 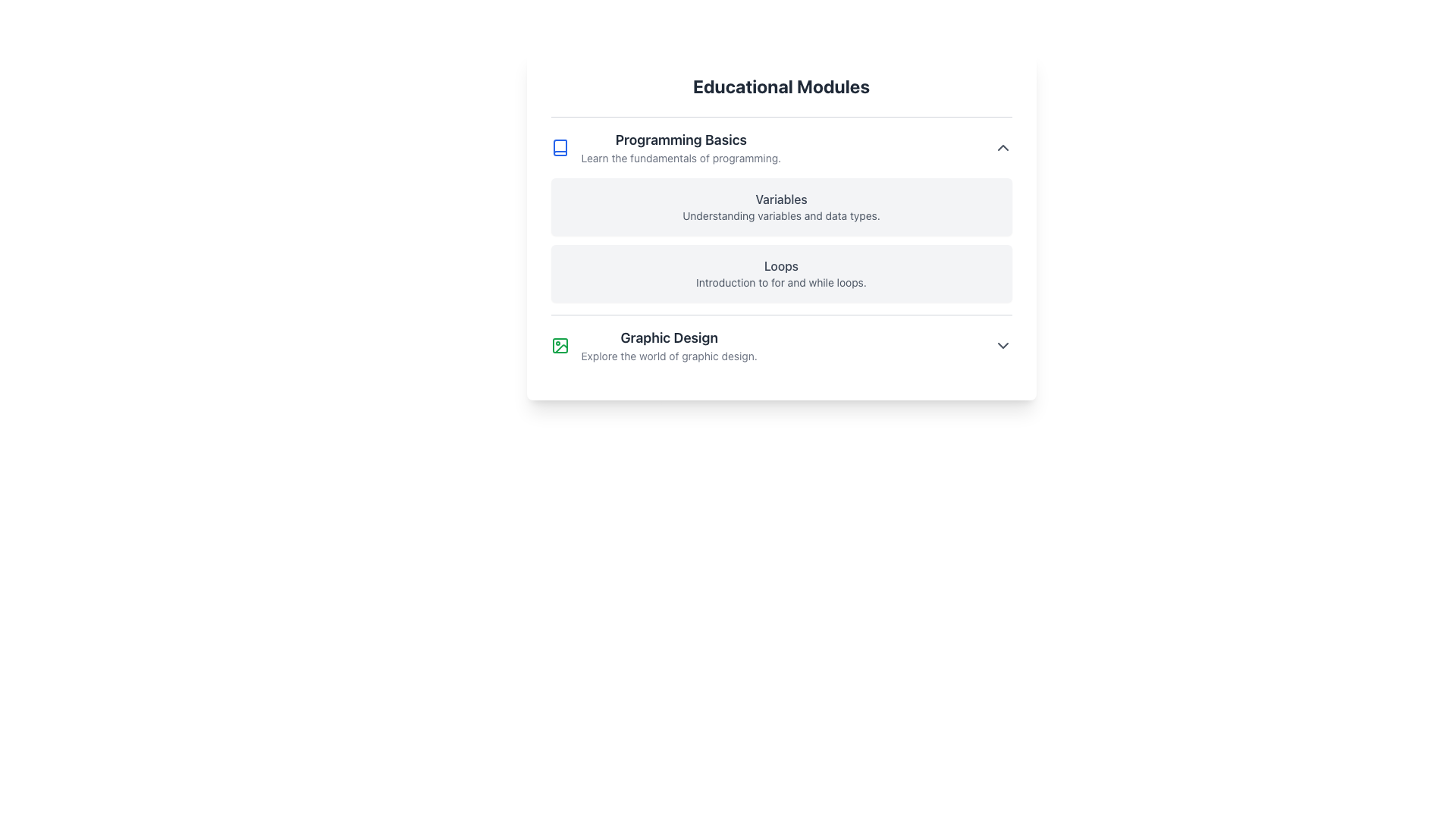 I want to click on the Composite element containing the green-outlined icon and the text 'Graphic Design', so click(x=654, y=345).